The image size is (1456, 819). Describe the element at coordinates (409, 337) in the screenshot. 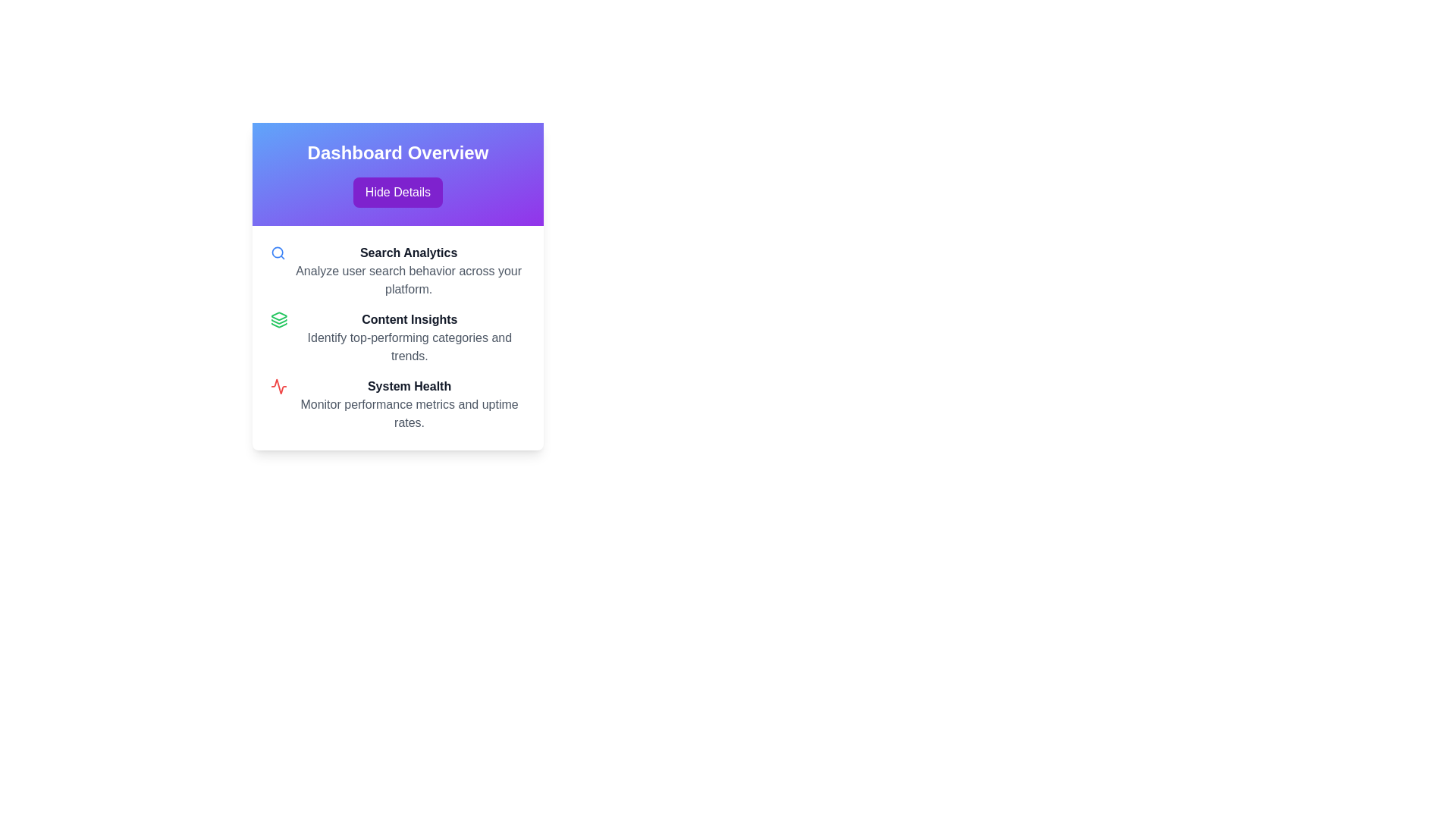

I see `the text block containing the bold heading 'Content Insights' and the smaller gray text 'Identify top-performing categories and trends.' This text block is the second entry in the 'Dashboard Overview' section` at that location.